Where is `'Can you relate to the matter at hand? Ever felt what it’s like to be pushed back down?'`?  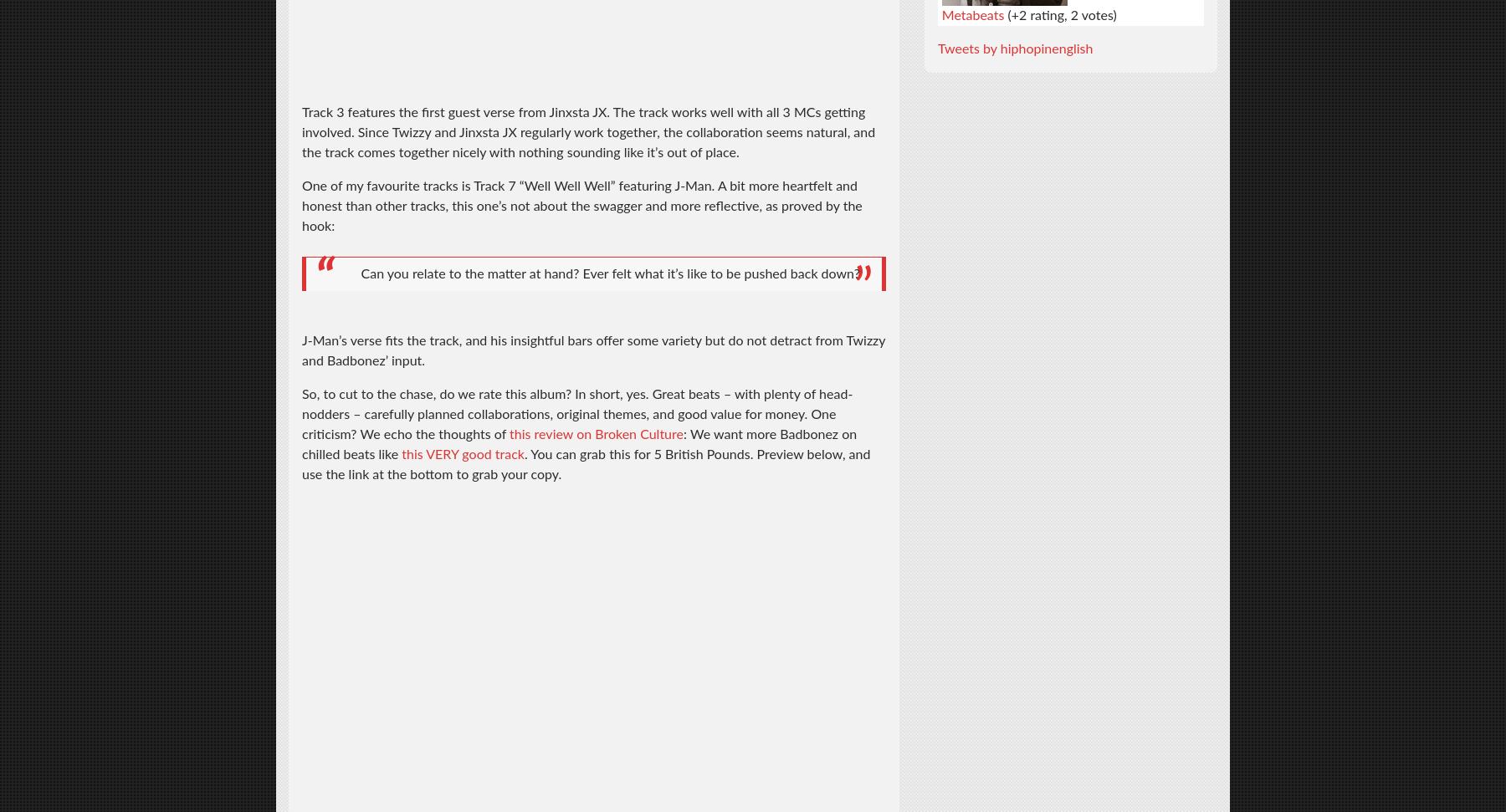 'Can you relate to the matter at hand? Ever felt what it’s like to be pushed back down?' is located at coordinates (609, 273).